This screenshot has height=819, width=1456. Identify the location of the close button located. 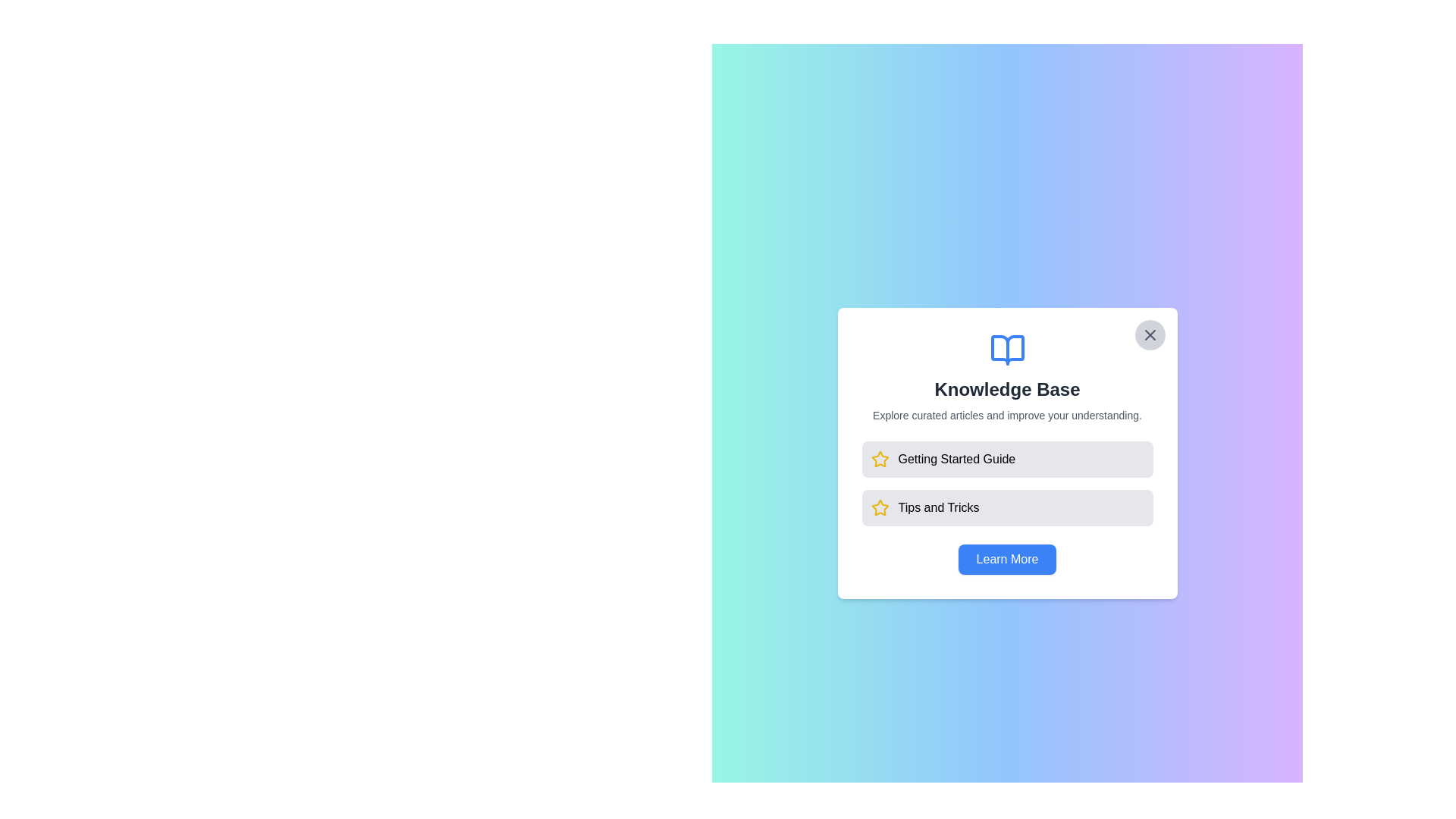
(1150, 334).